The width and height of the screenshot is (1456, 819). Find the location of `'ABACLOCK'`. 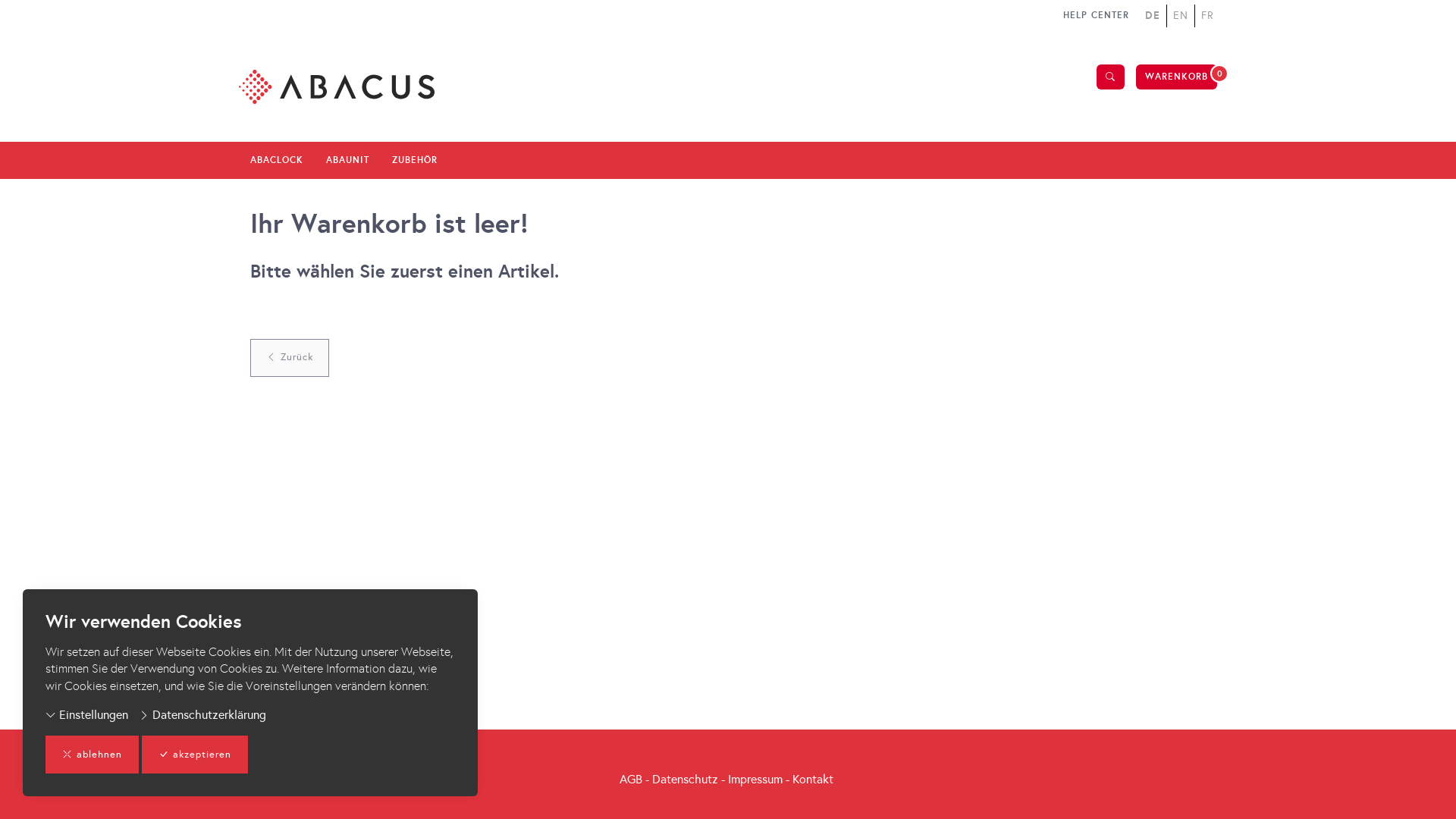

'ABACLOCK' is located at coordinates (276, 160).